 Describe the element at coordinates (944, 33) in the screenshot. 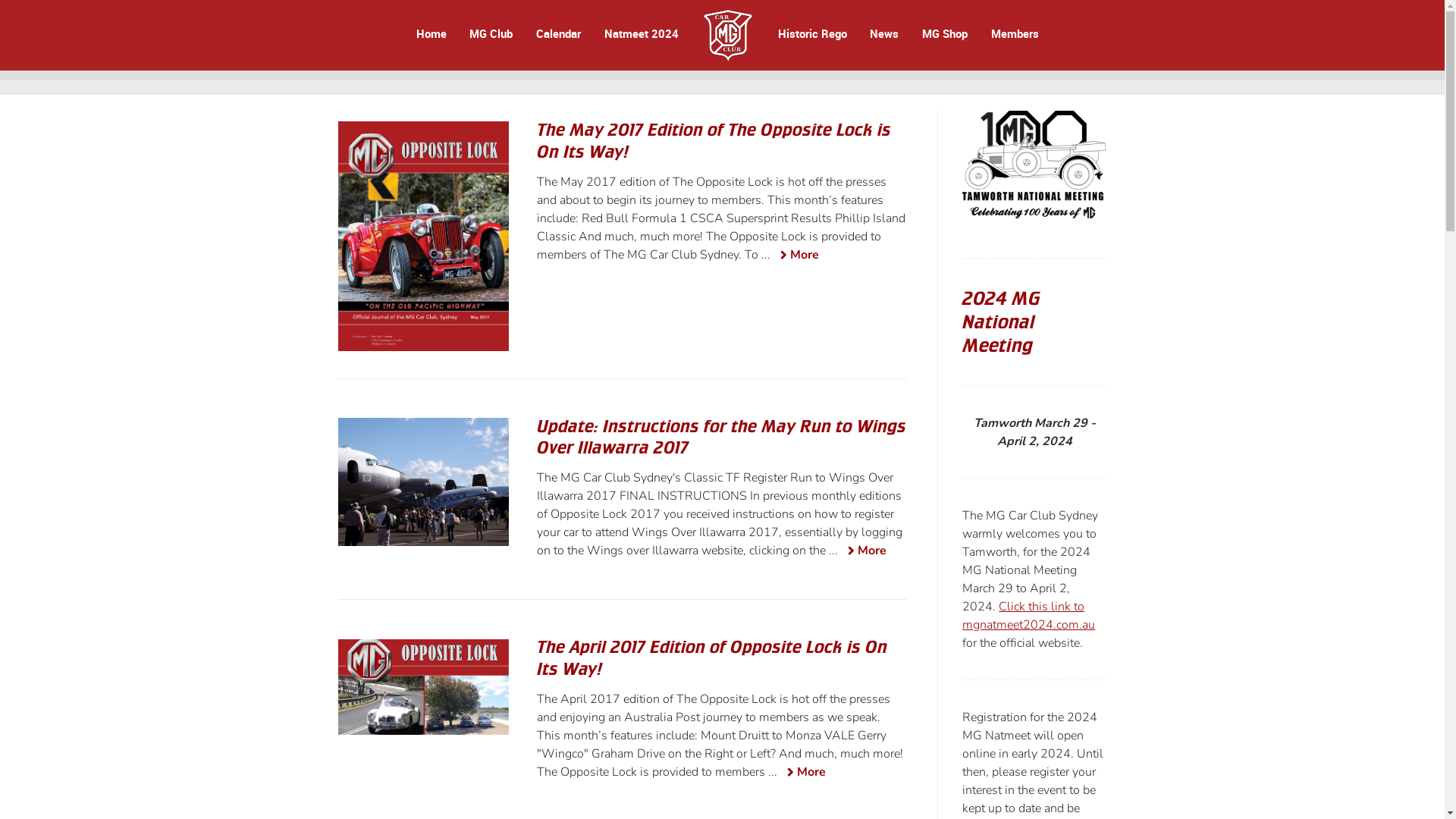

I see `'MG Shop'` at that location.